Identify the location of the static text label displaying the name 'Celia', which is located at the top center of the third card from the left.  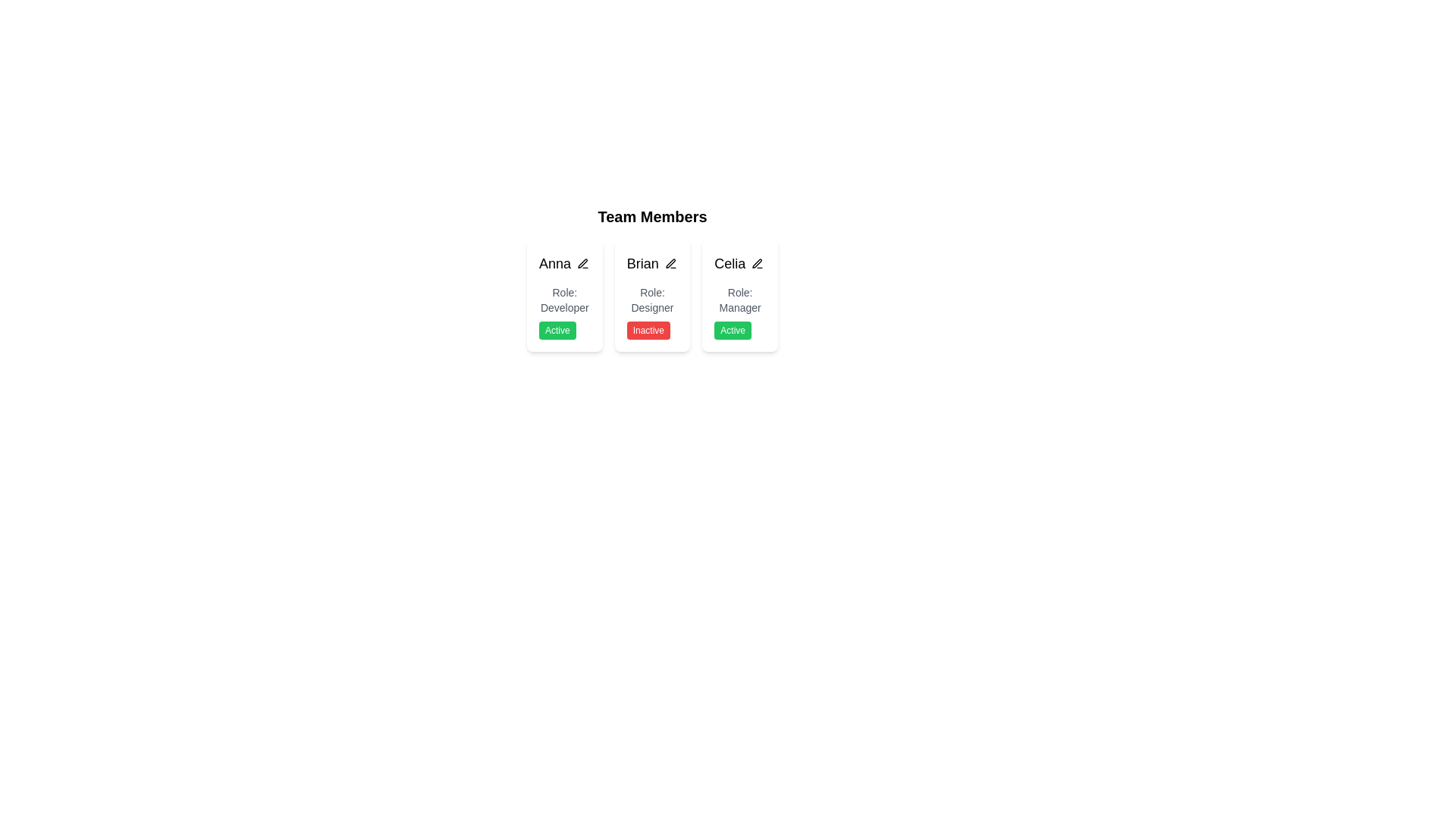
(730, 262).